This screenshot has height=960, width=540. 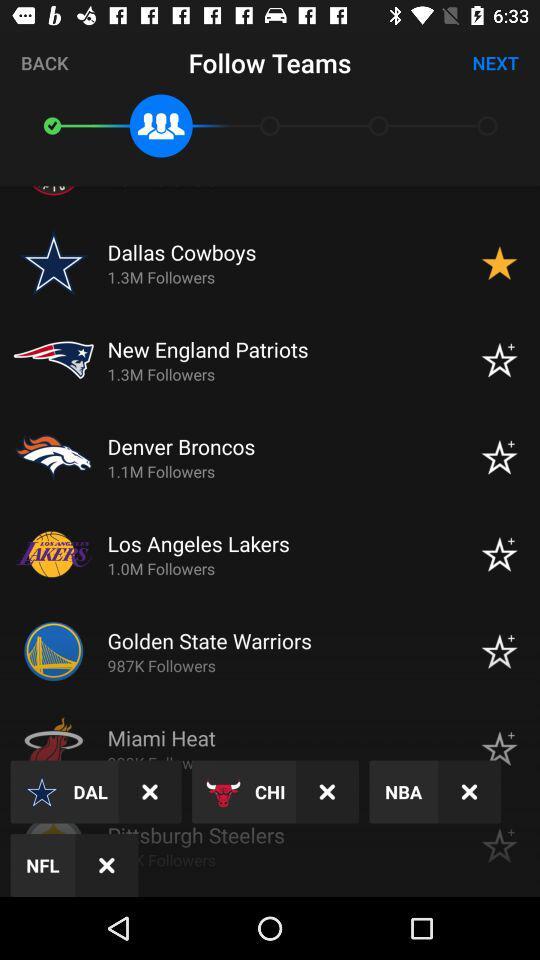 What do you see at coordinates (469, 792) in the screenshot?
I see `x button which is after nba on page` at bounding box center [469, 792].